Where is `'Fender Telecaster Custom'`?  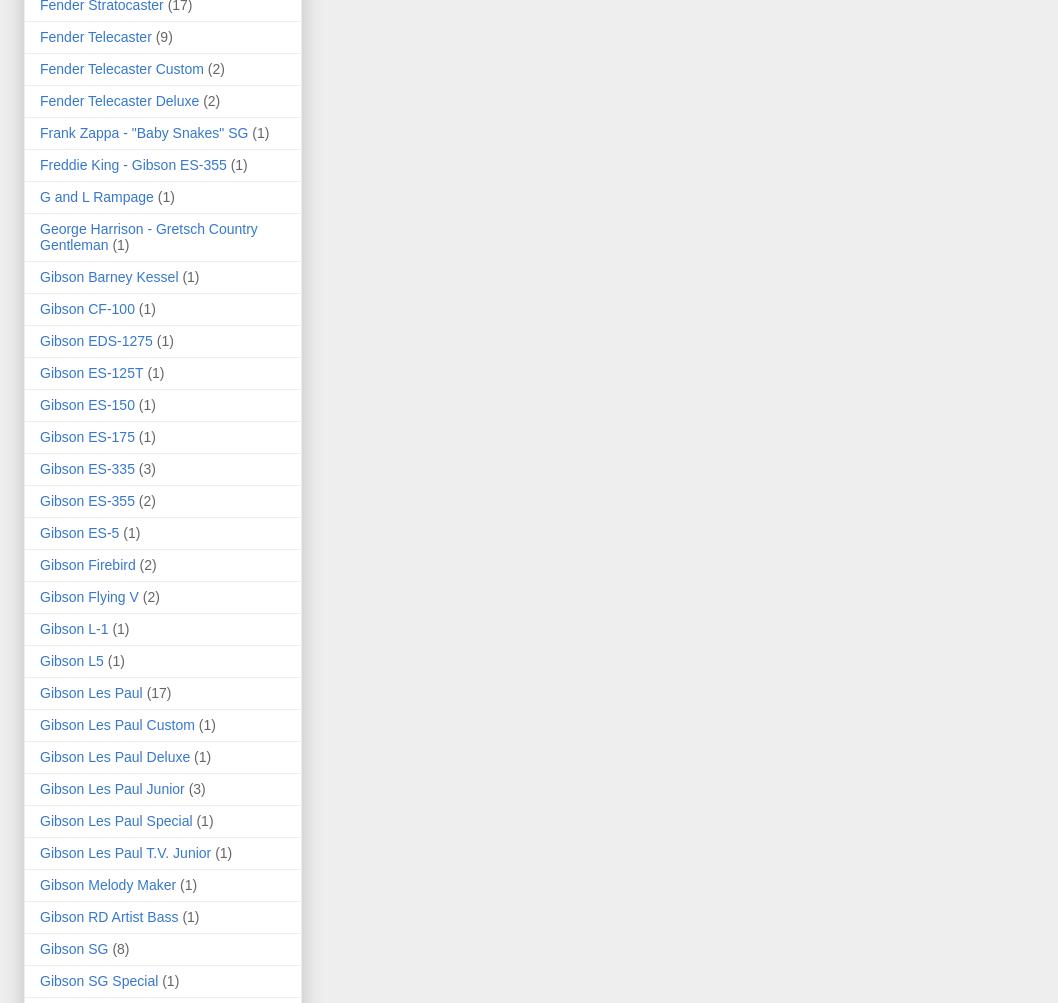
'Fender Telecaster Custom' is located at coordinates (120, 68).